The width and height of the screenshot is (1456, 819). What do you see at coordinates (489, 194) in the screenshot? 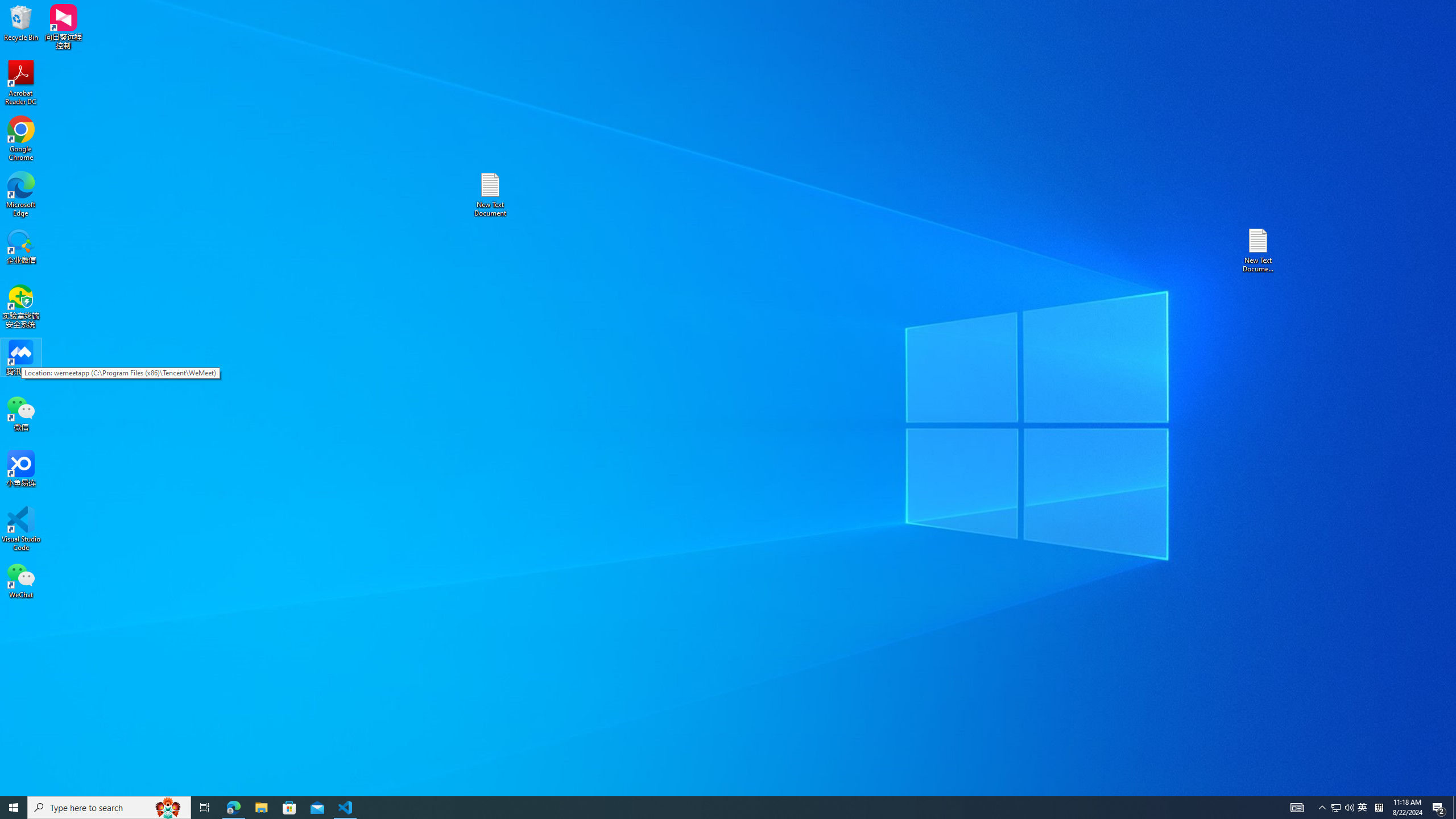
I see `'New Text Document'` at bounding box center [489, 194].